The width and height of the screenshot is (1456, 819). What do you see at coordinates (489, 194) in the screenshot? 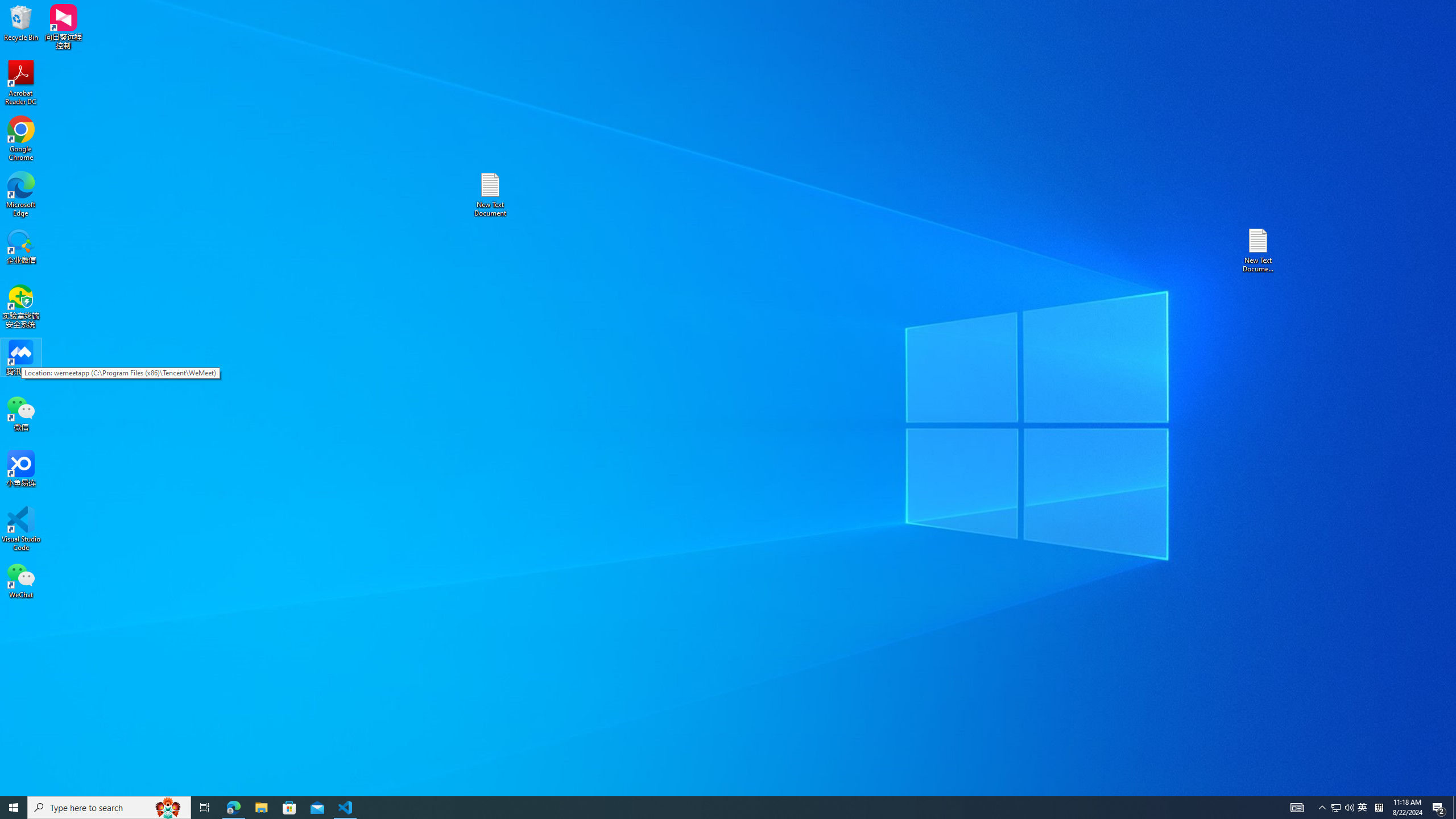
I see `'New Text Document'` at bounding box center [489, 194].